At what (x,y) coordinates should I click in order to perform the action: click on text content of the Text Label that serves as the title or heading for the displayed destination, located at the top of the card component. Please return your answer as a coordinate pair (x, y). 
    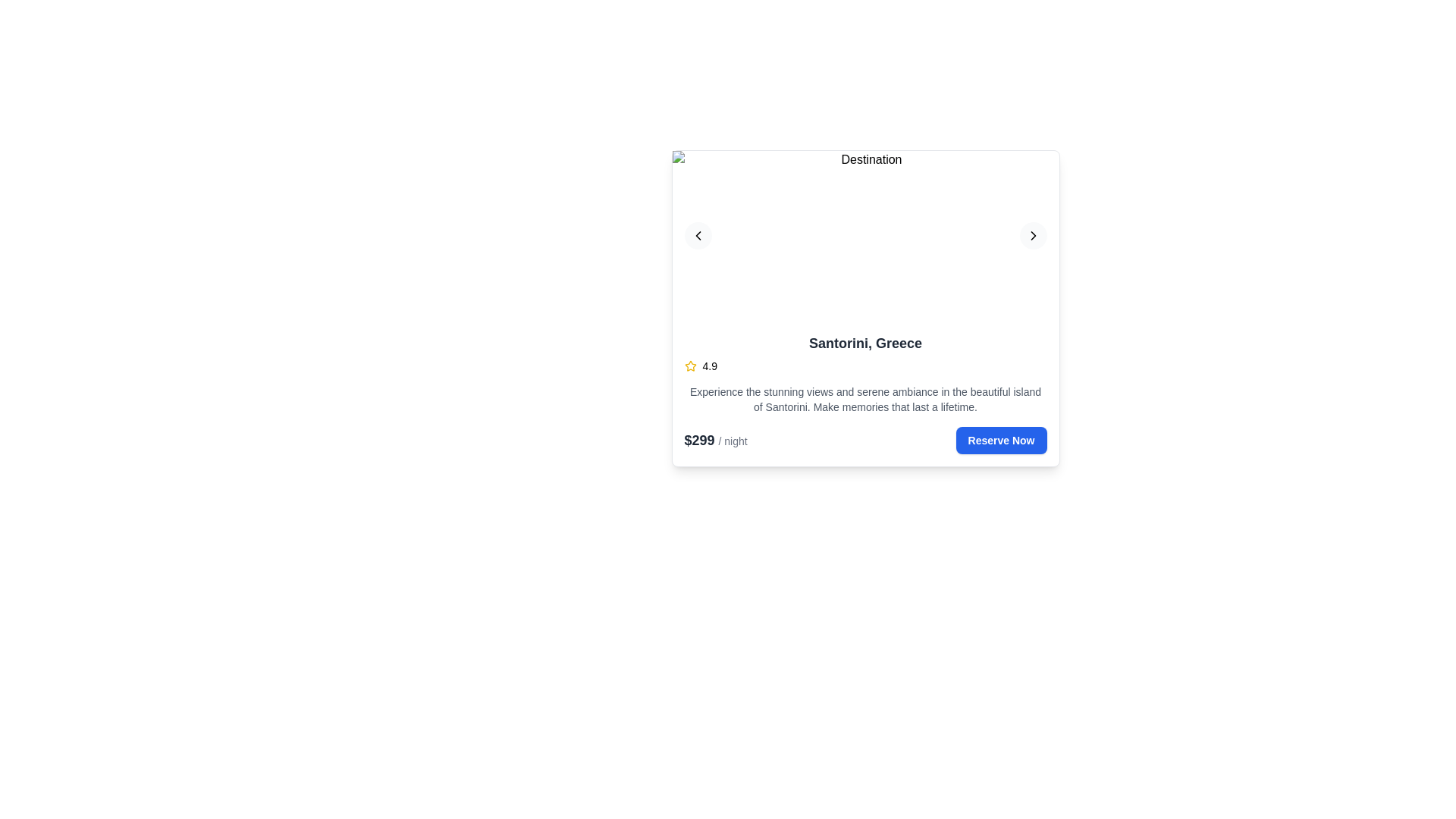
    Looking at the image, I should click on (865, 343).